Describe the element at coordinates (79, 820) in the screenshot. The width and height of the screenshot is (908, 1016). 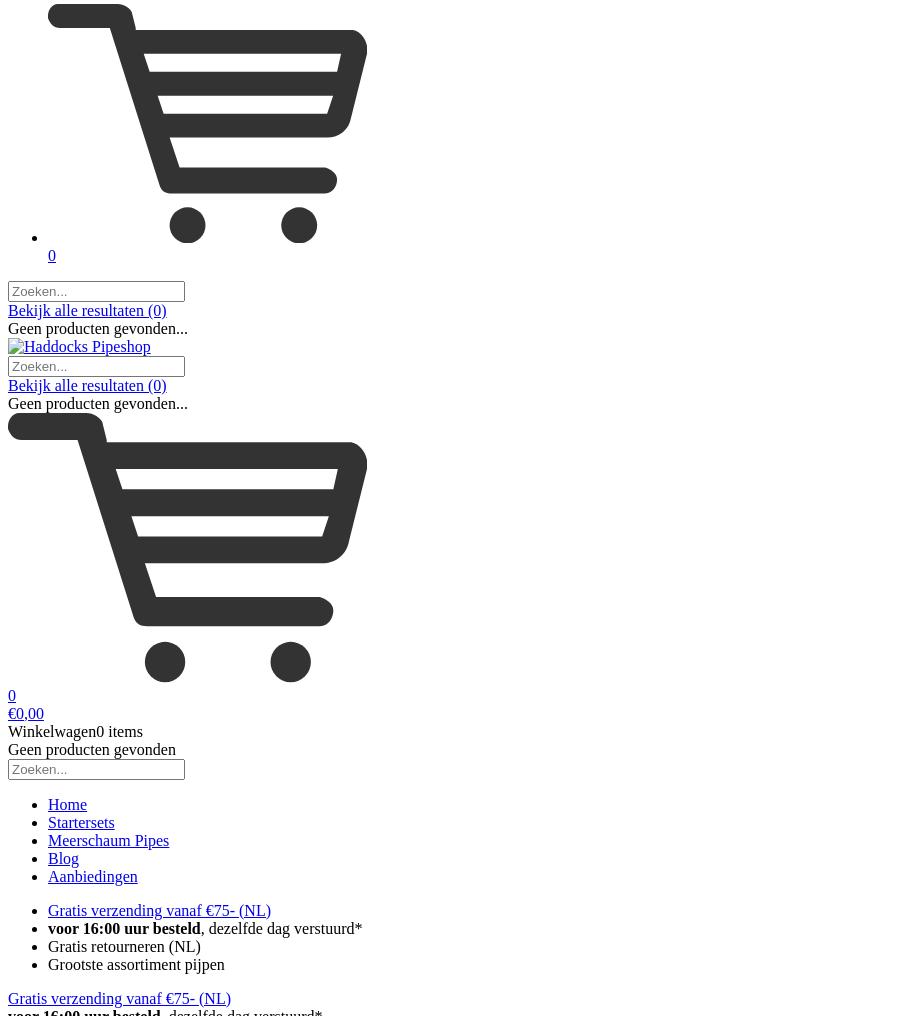
I see `'Startersets'` at that location.